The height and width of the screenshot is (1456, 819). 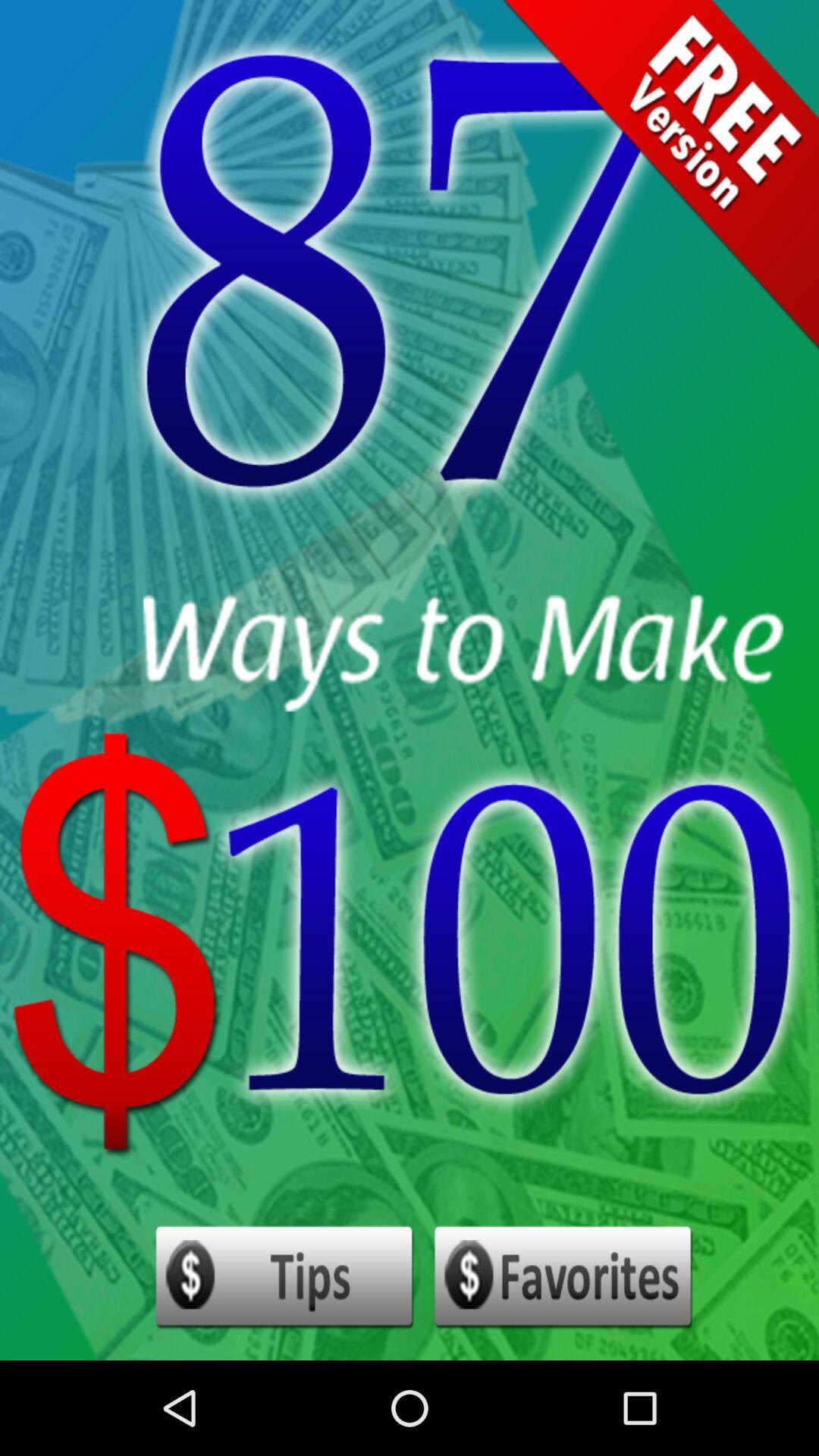 I want to click on sympol button, so click(x=563, y=1277).